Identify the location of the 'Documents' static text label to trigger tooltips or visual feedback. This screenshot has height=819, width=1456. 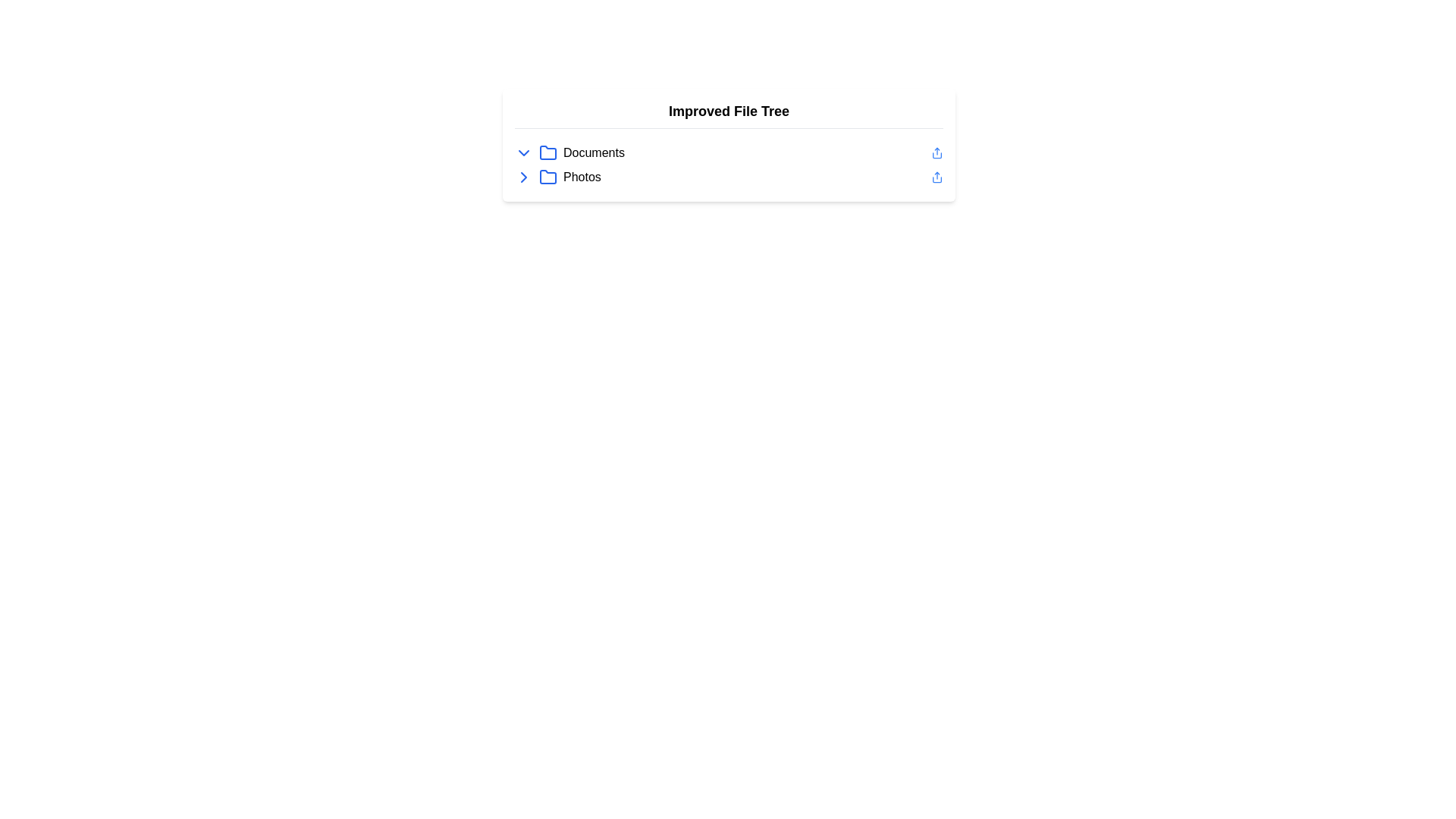
(593, 152).